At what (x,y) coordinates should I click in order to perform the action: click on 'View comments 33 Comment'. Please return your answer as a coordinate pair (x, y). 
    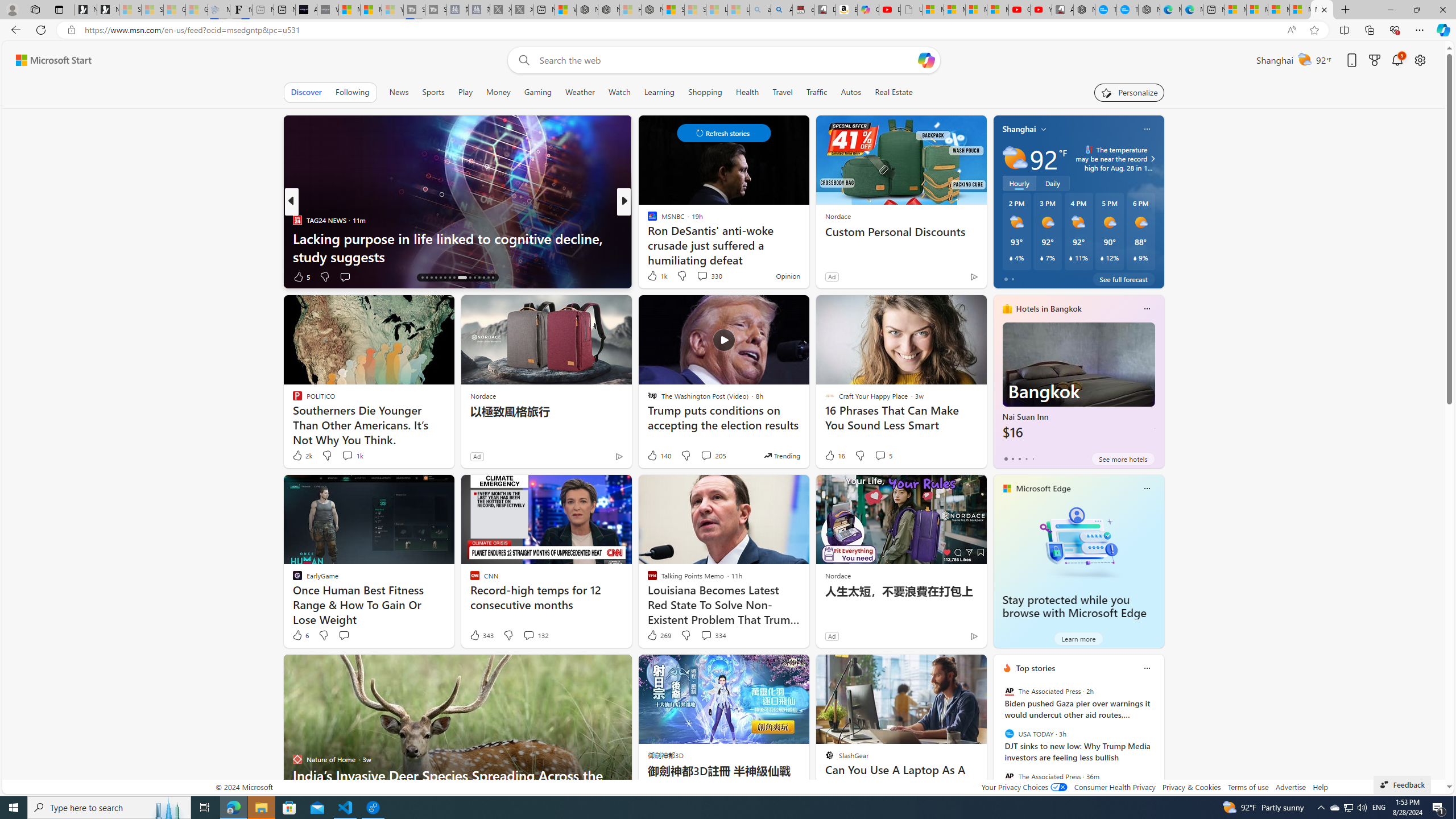
    Looking at the image, I should click on (698, 276).